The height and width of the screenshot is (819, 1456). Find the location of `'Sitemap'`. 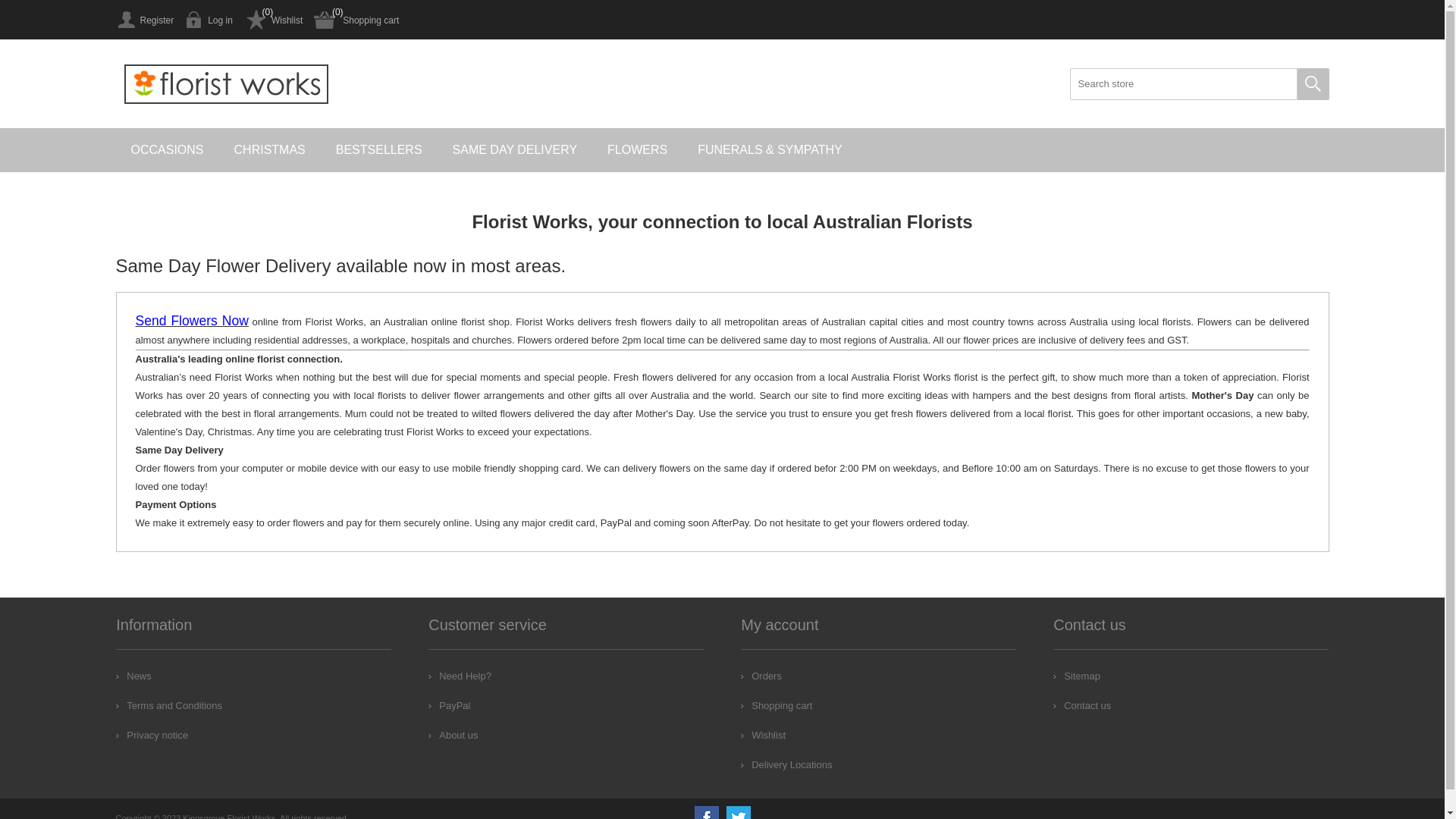

'Sitemap' is located at coordinates (1076, 675).